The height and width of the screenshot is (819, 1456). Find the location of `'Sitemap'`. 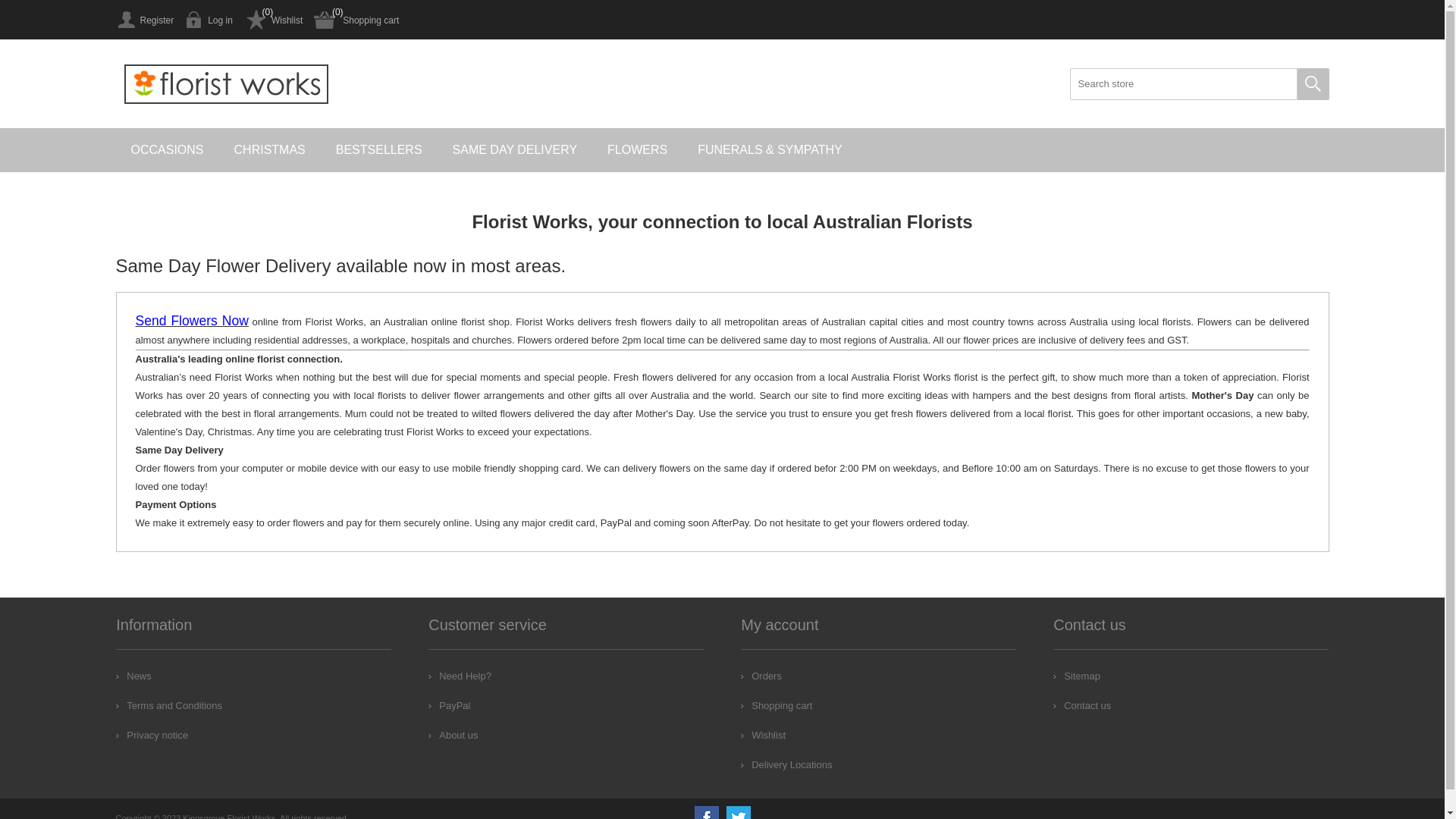

'Sitemap' is located at coordinates (1076, 675).